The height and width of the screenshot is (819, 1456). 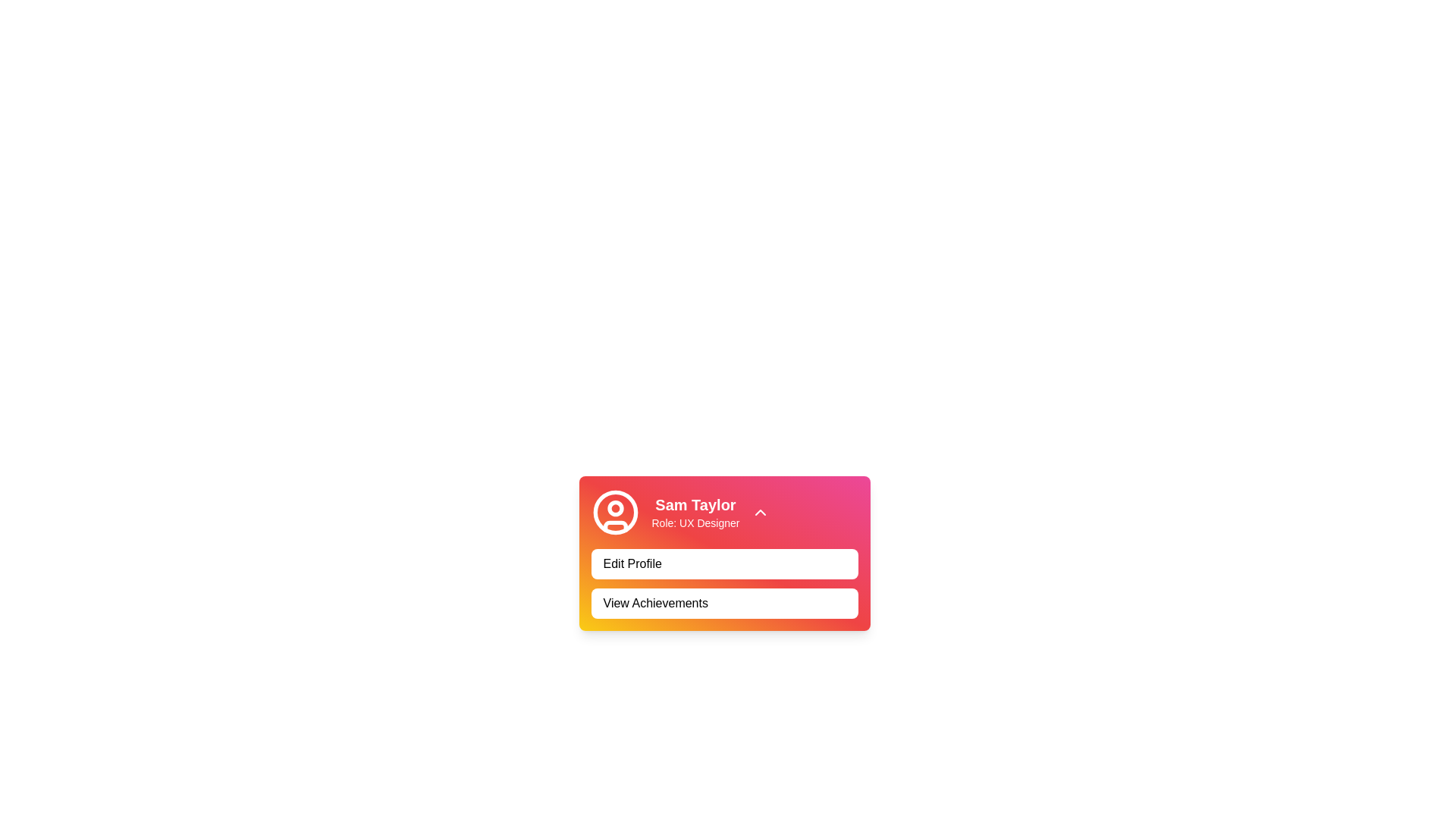 I want to click on the toggle icon located to the right of the text 'Sam Taylor Role: UX Designer' in the header, so click(x=761, y=512).